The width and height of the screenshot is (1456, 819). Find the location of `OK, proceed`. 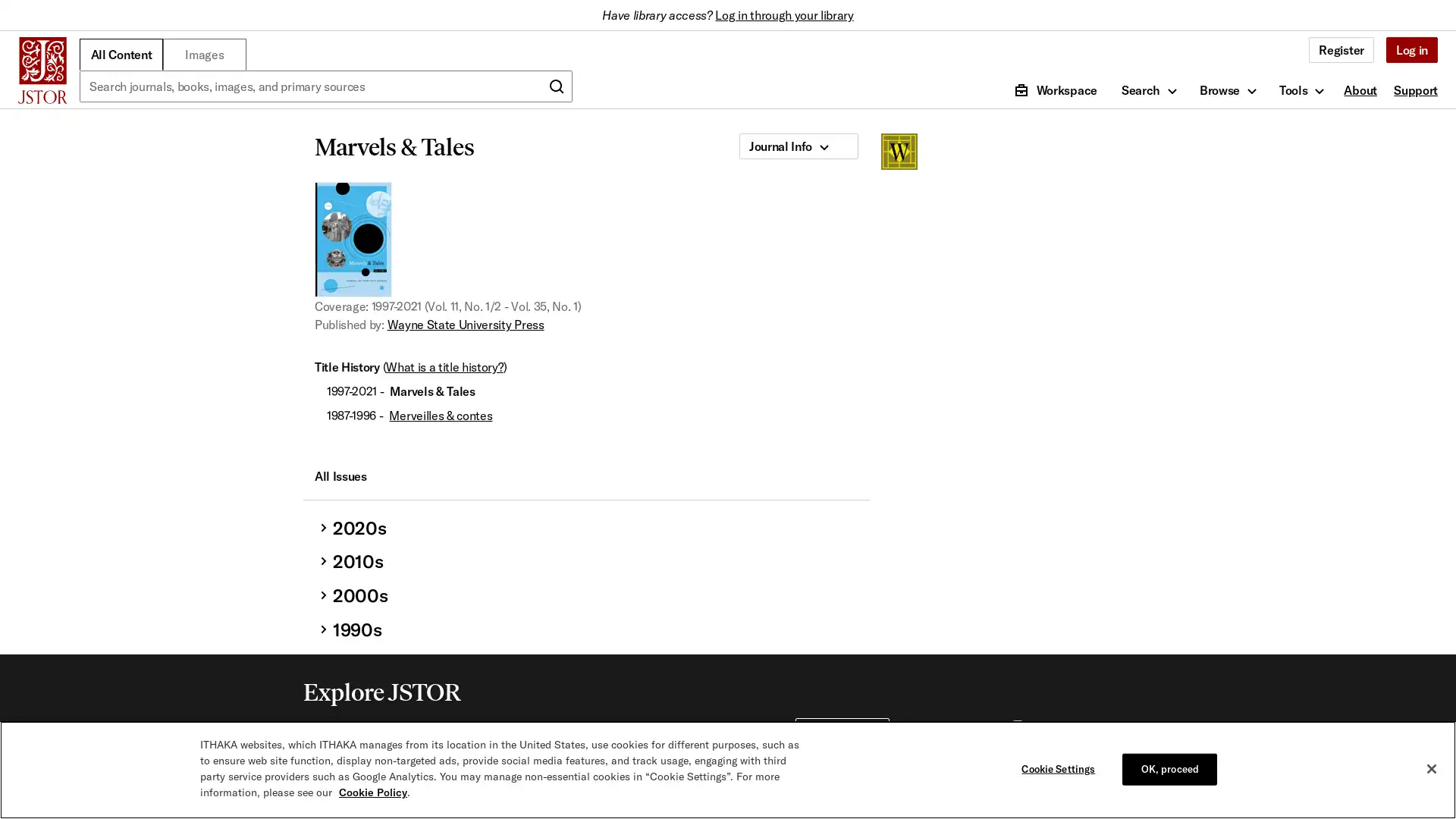

OK, proceed is located at coordinates (1169, 769).